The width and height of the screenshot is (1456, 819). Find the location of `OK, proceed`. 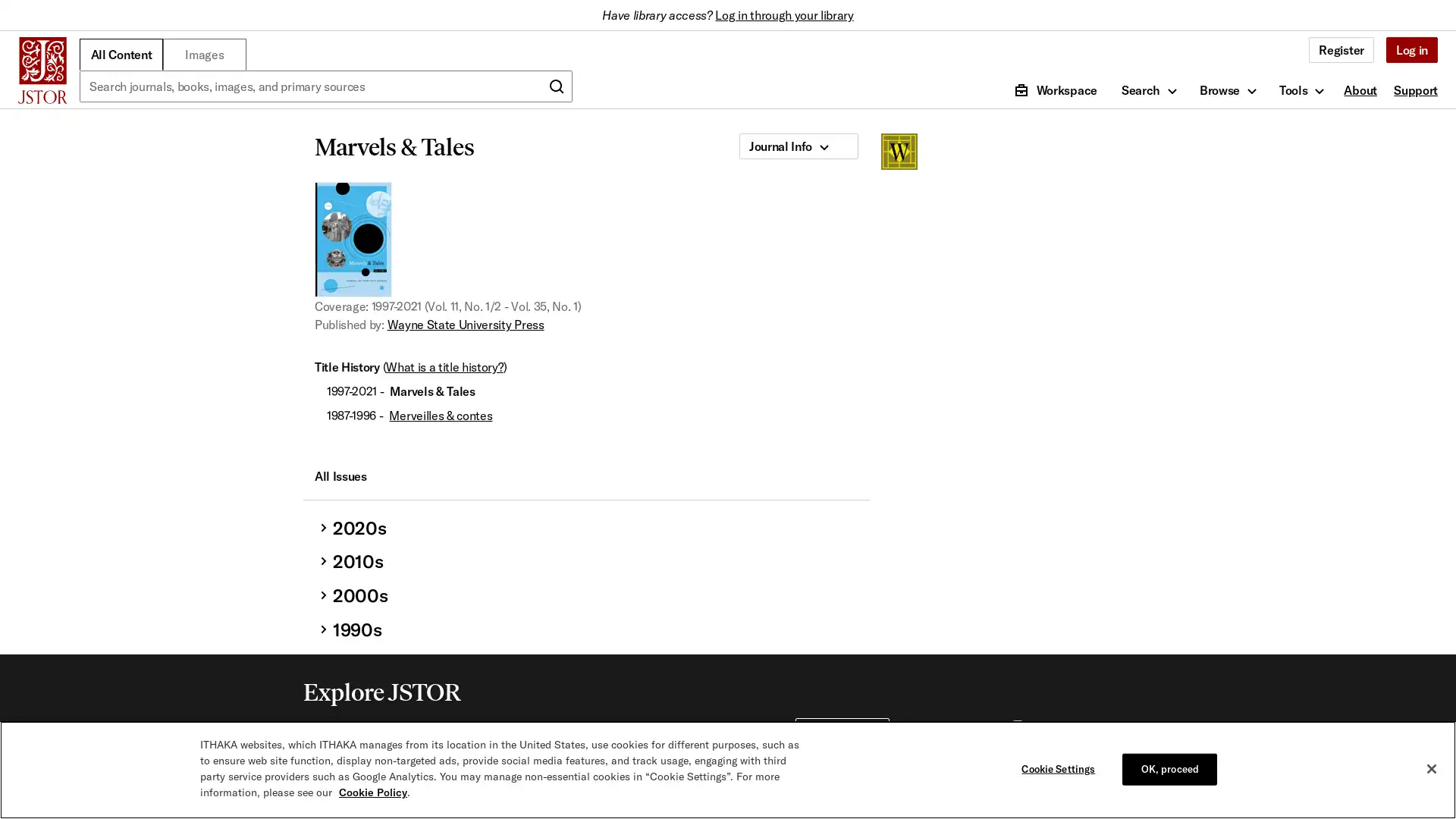

OK, proceed is located at coordinates (1169, 769).